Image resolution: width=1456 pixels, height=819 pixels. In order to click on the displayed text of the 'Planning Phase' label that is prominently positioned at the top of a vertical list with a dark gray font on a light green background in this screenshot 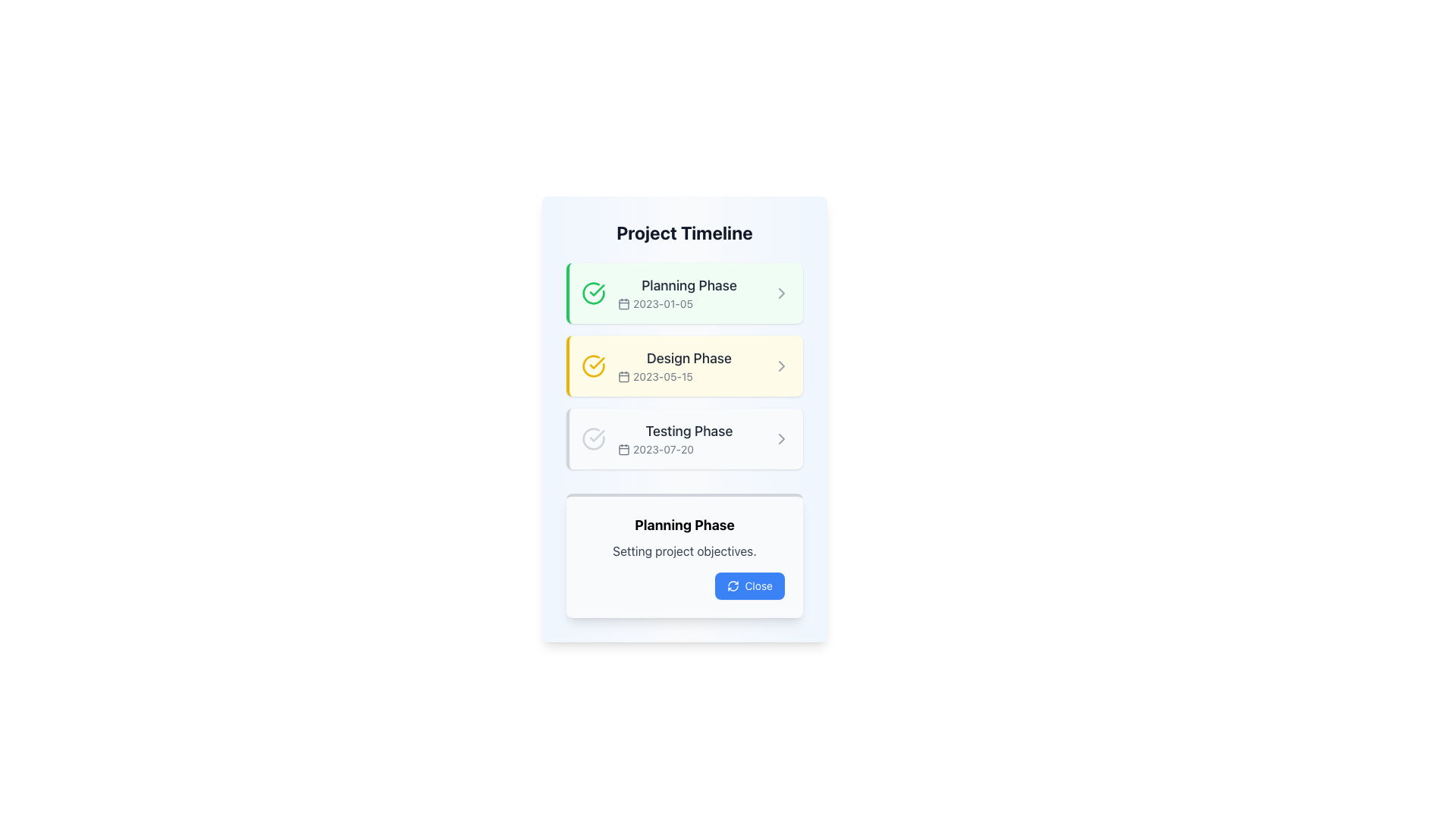, I will do `click(688, 293)`.